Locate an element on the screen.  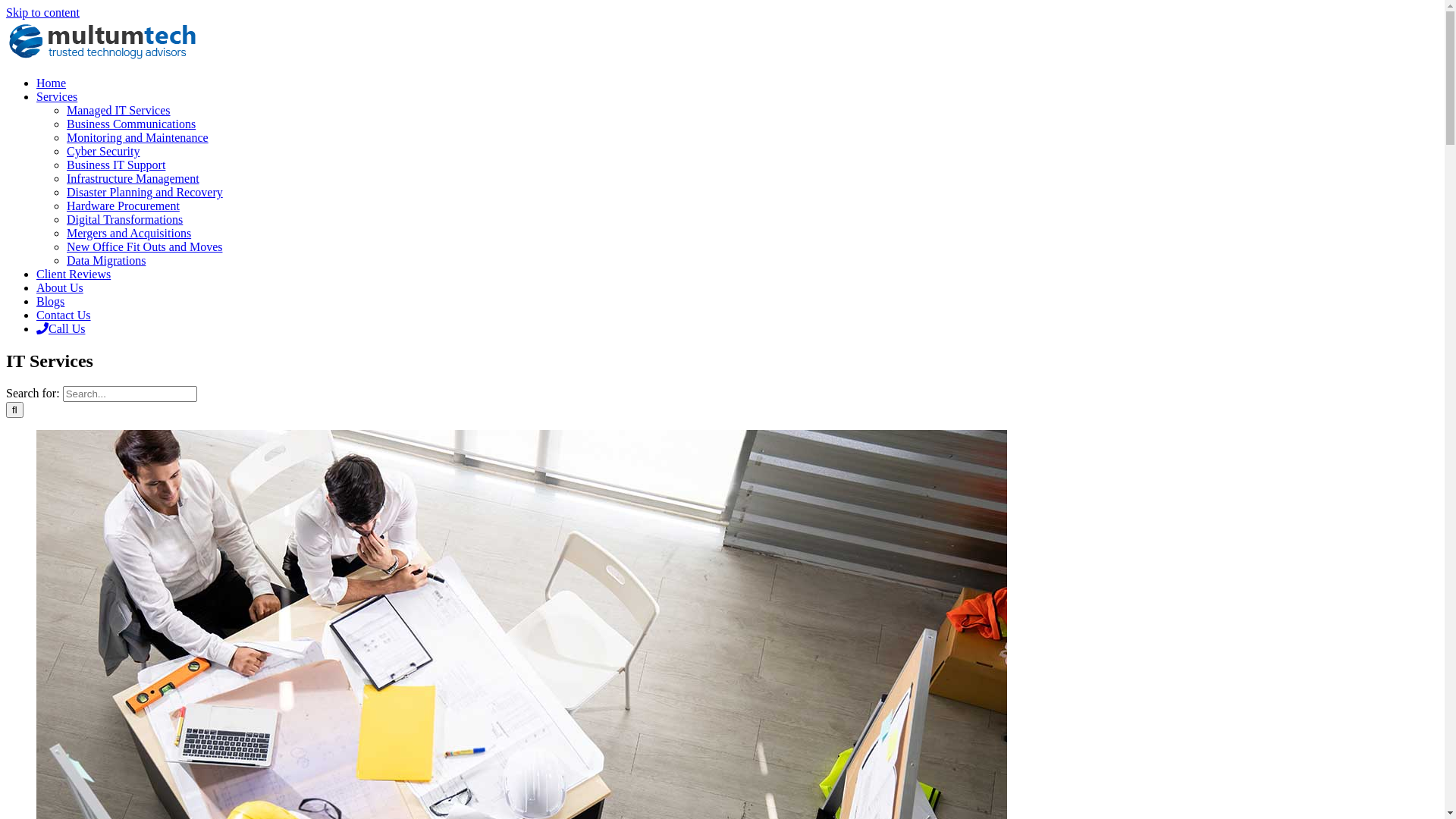
'Contact Us' is located at coordinates (62, 314).